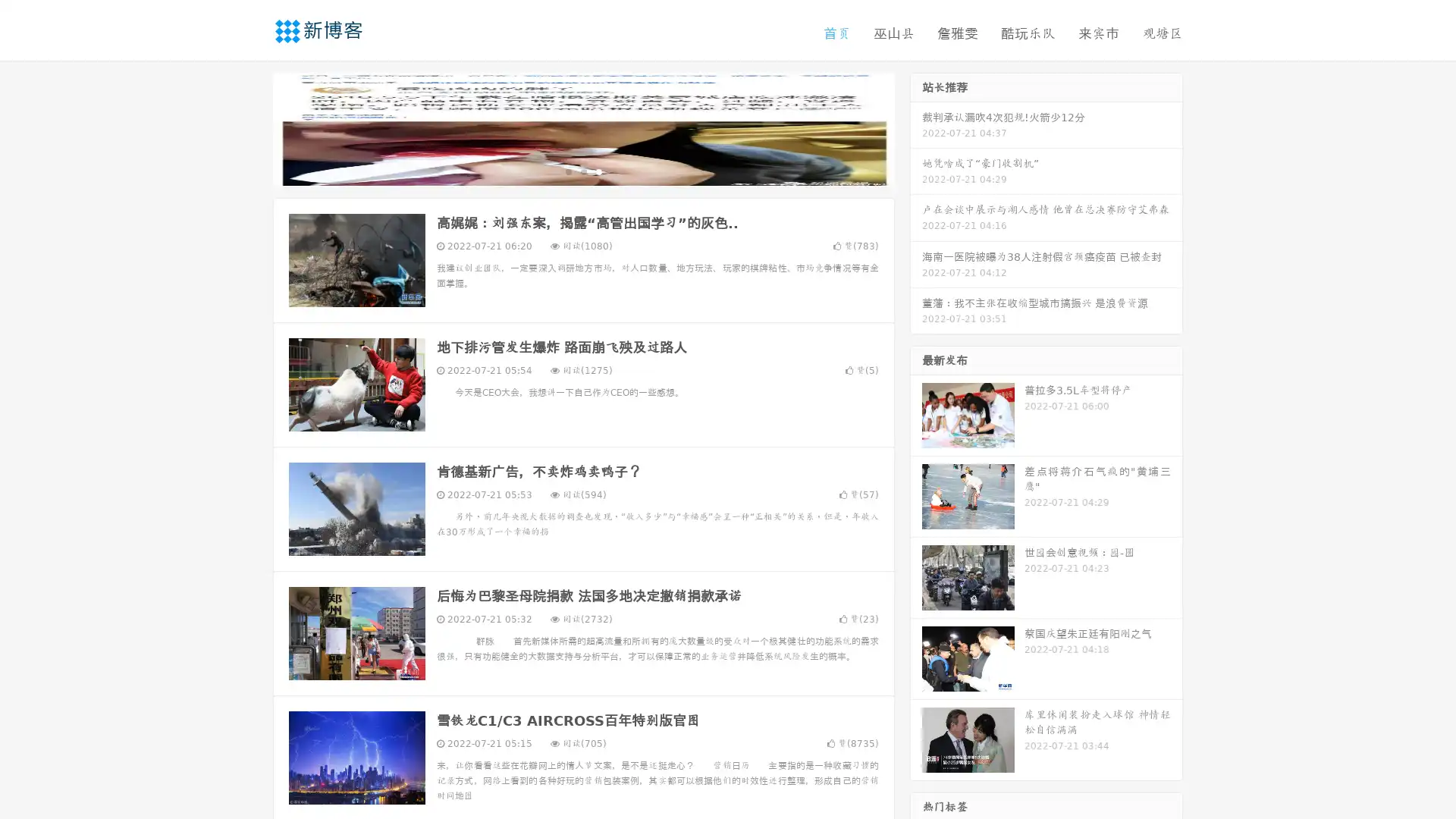  What do you see at coordinates (250, 127) in the screenshot?
I see `Previous slide` at bounding box center [250, 127].